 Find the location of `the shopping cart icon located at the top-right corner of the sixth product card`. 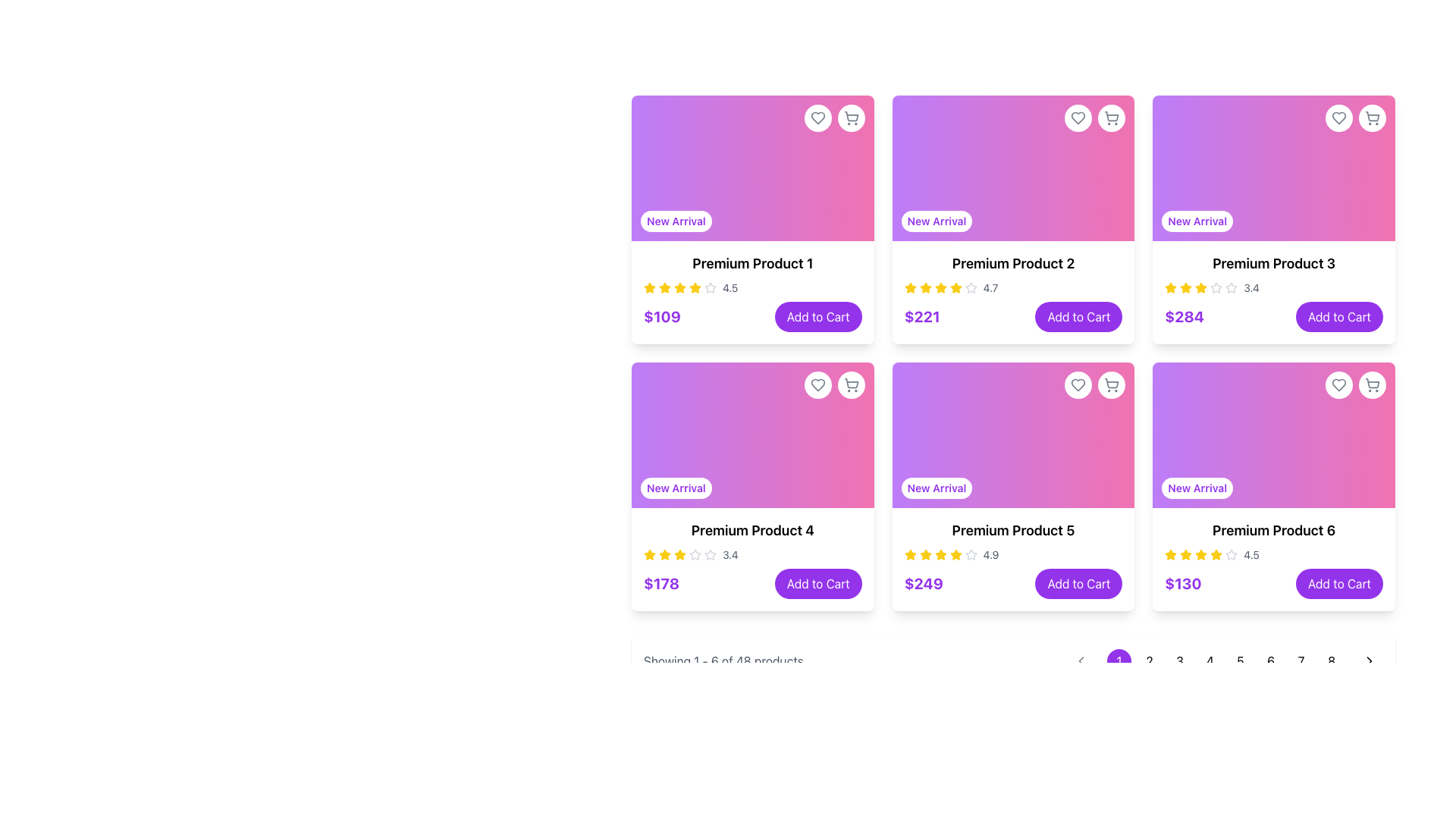

the shopping cart icon located at the top-right corner of the sixth product card is located at coordinates (1355, 384).